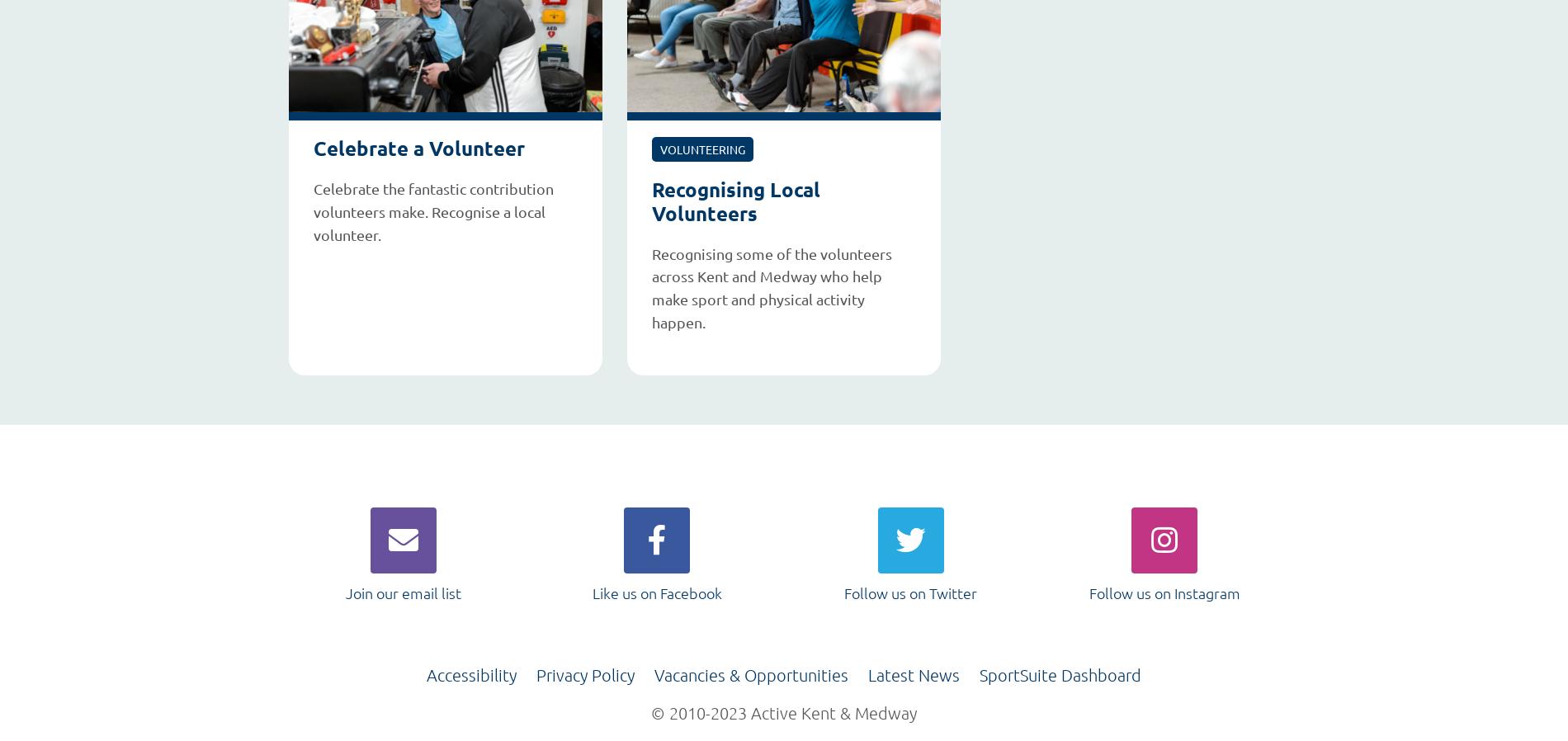  What do you see at coordinates (655, 592) in the screenshot?
I see `'Like us on Facebook'` at bounding box center [655, 592].